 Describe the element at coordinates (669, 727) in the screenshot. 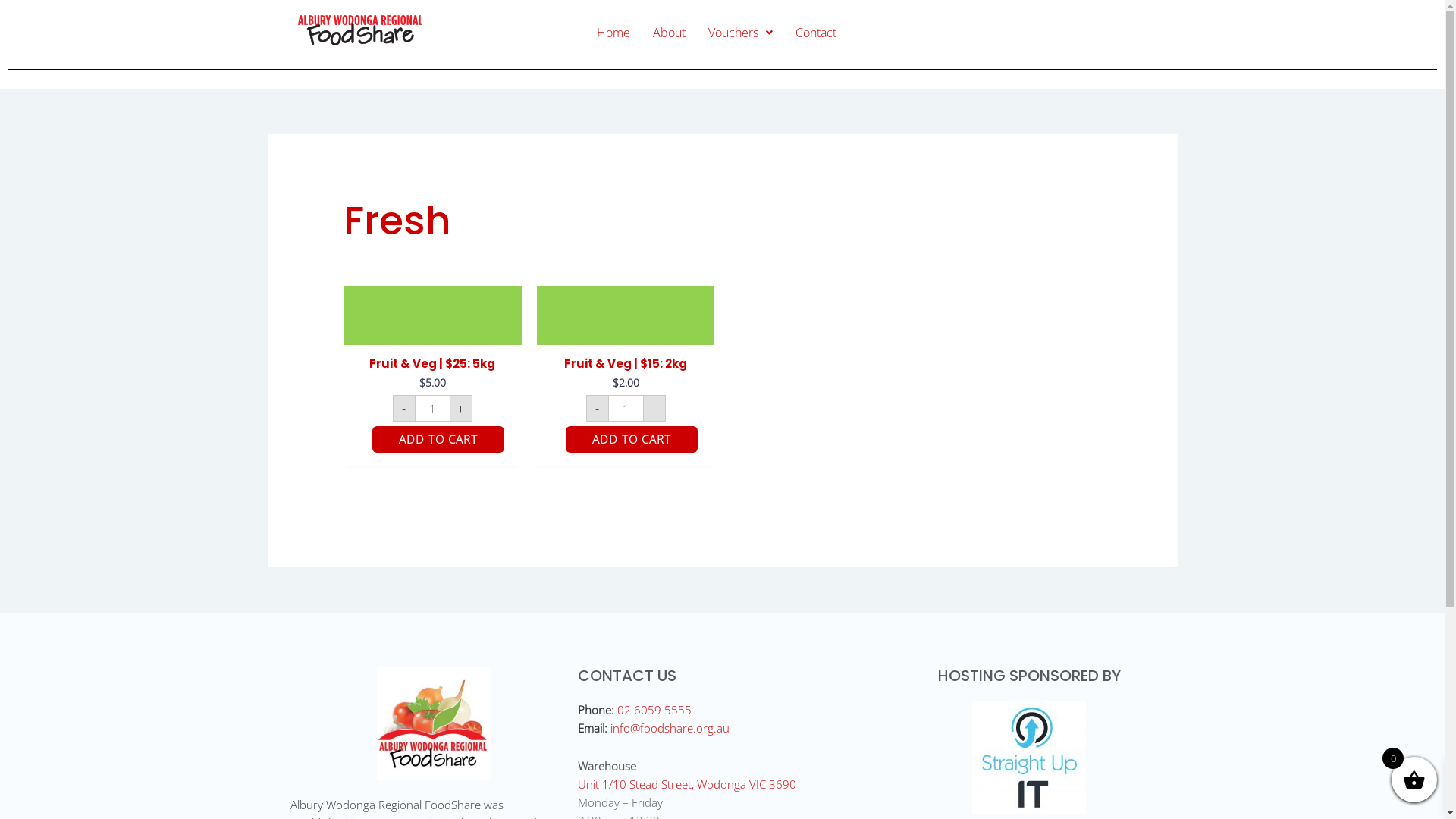

I see `'info@foodshare.org.au'` at that location.